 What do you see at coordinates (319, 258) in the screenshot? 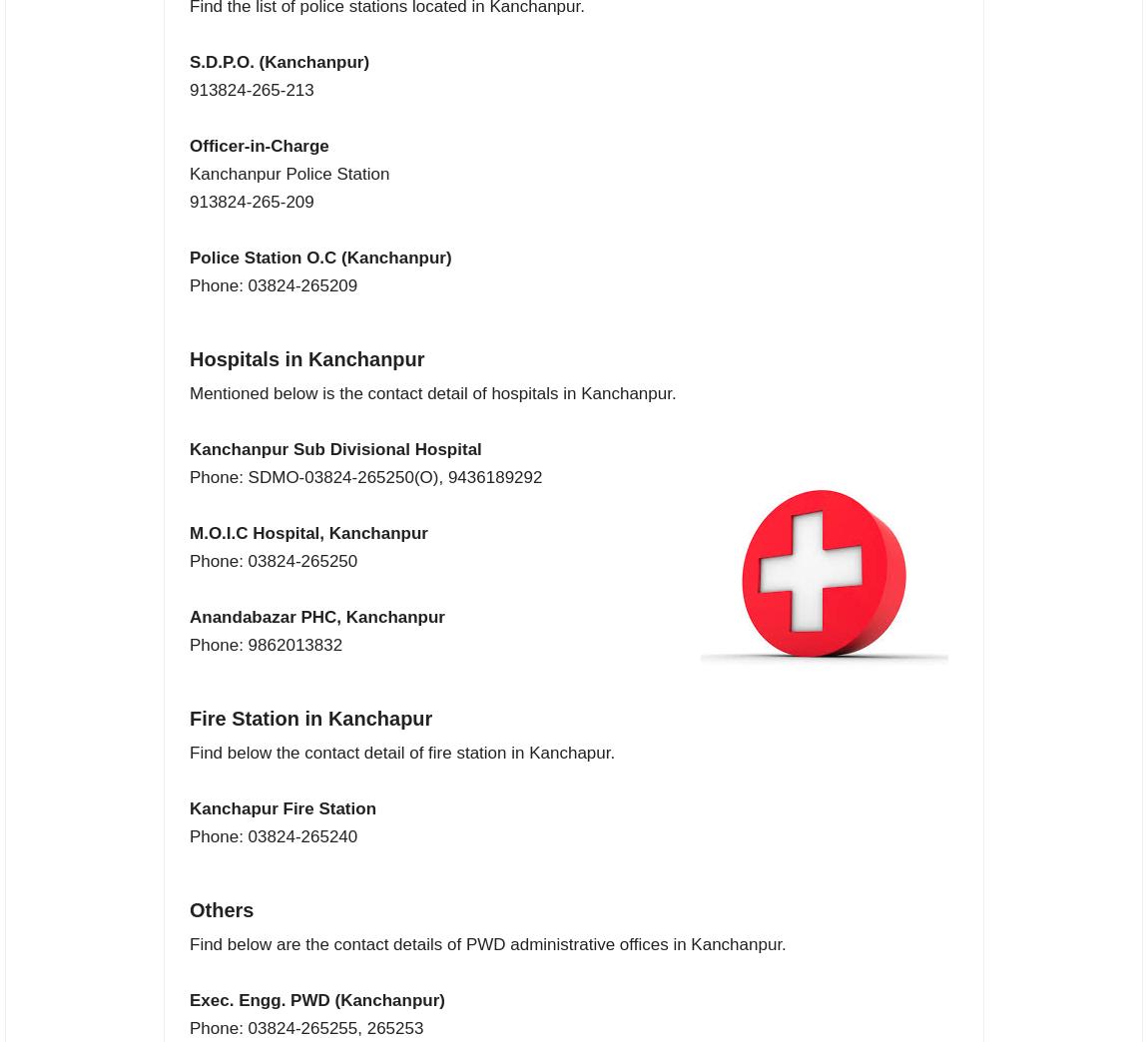
I see `'Police Station O.C (Kanchanpur)'` at bounding box center [319, 258].